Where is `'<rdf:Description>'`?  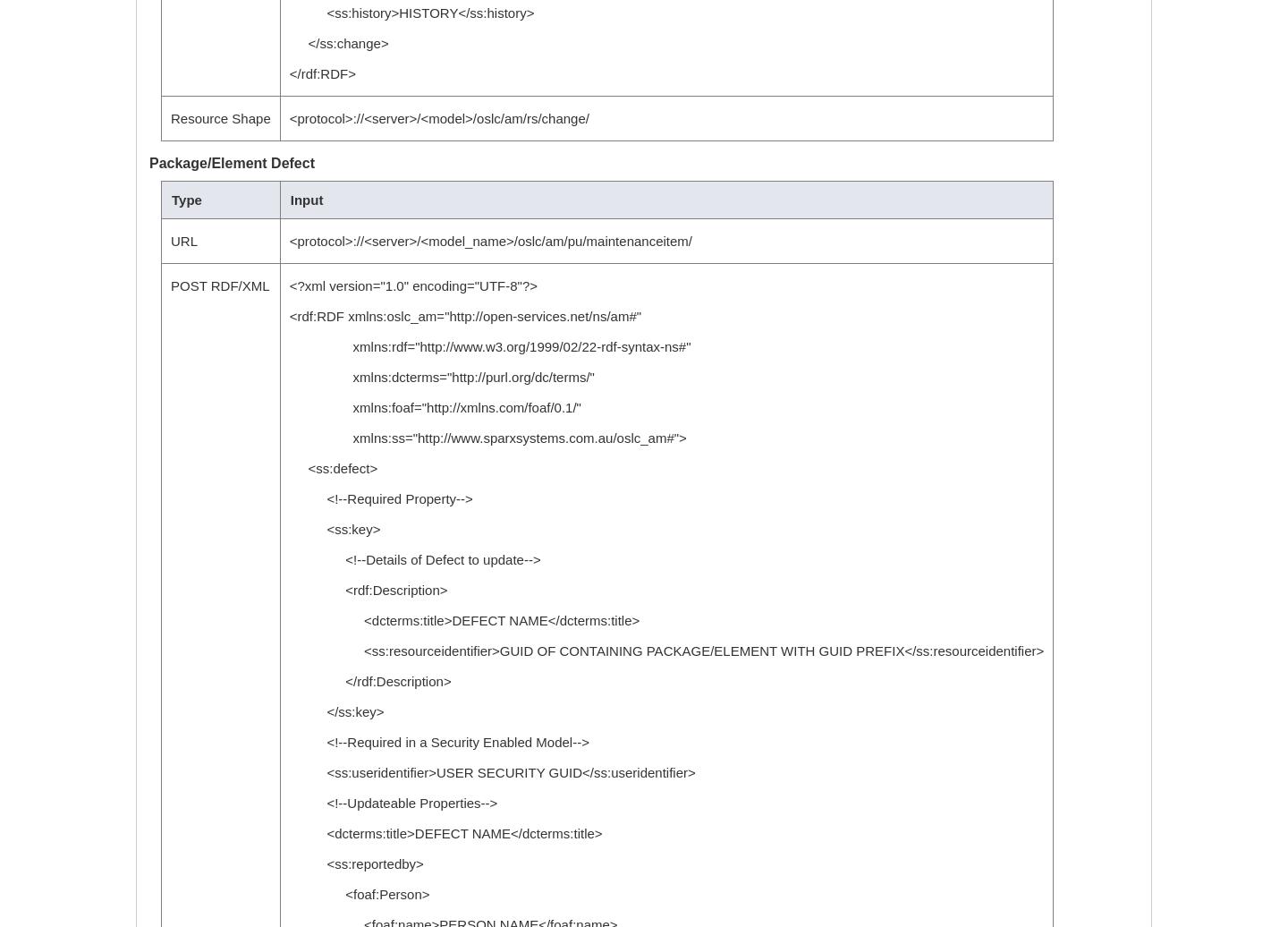 '<rdf:Description>' is located at coordinates (367, 590).